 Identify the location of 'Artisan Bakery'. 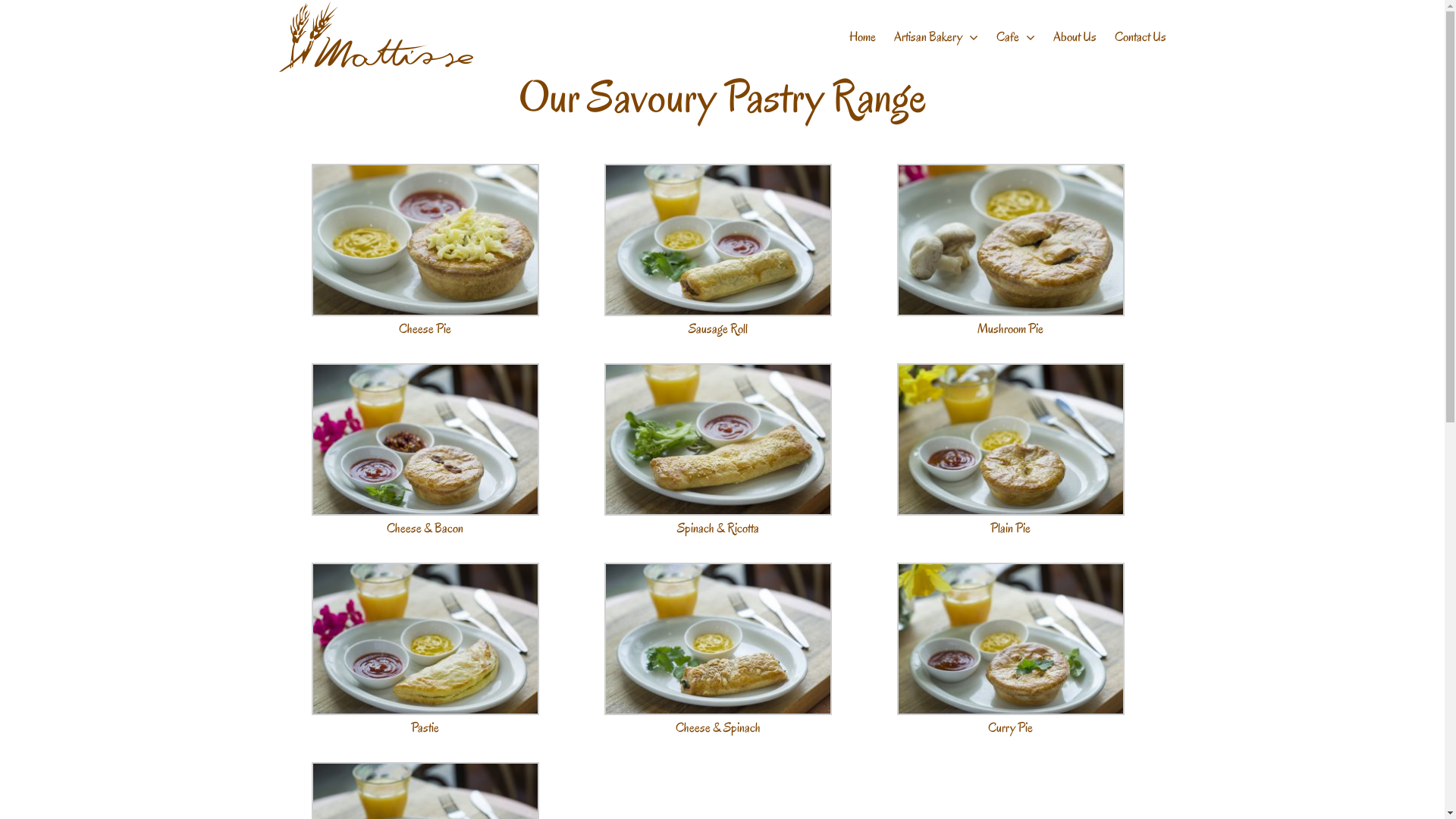
(893, 36).